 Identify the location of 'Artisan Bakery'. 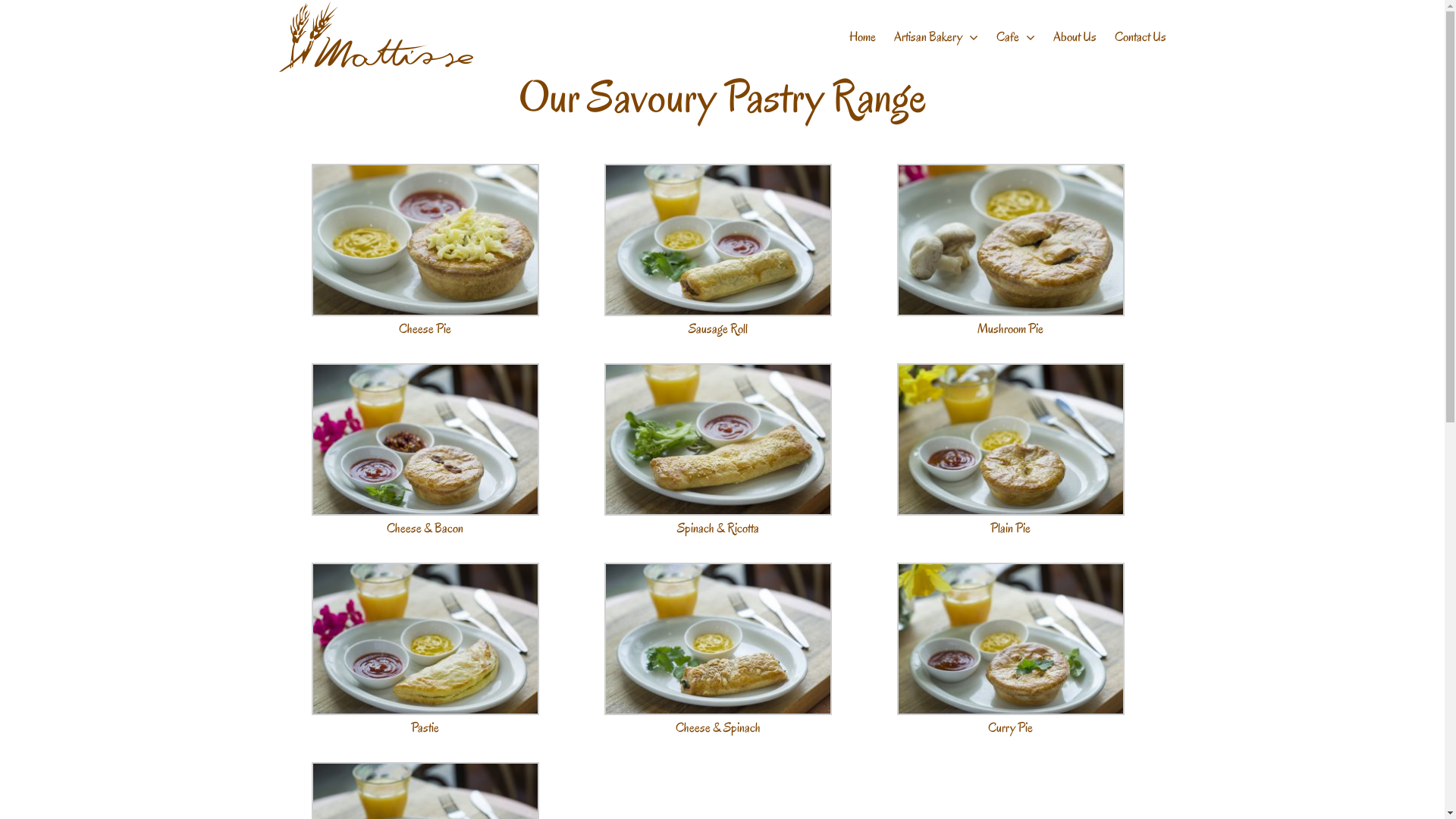
(893, 36).